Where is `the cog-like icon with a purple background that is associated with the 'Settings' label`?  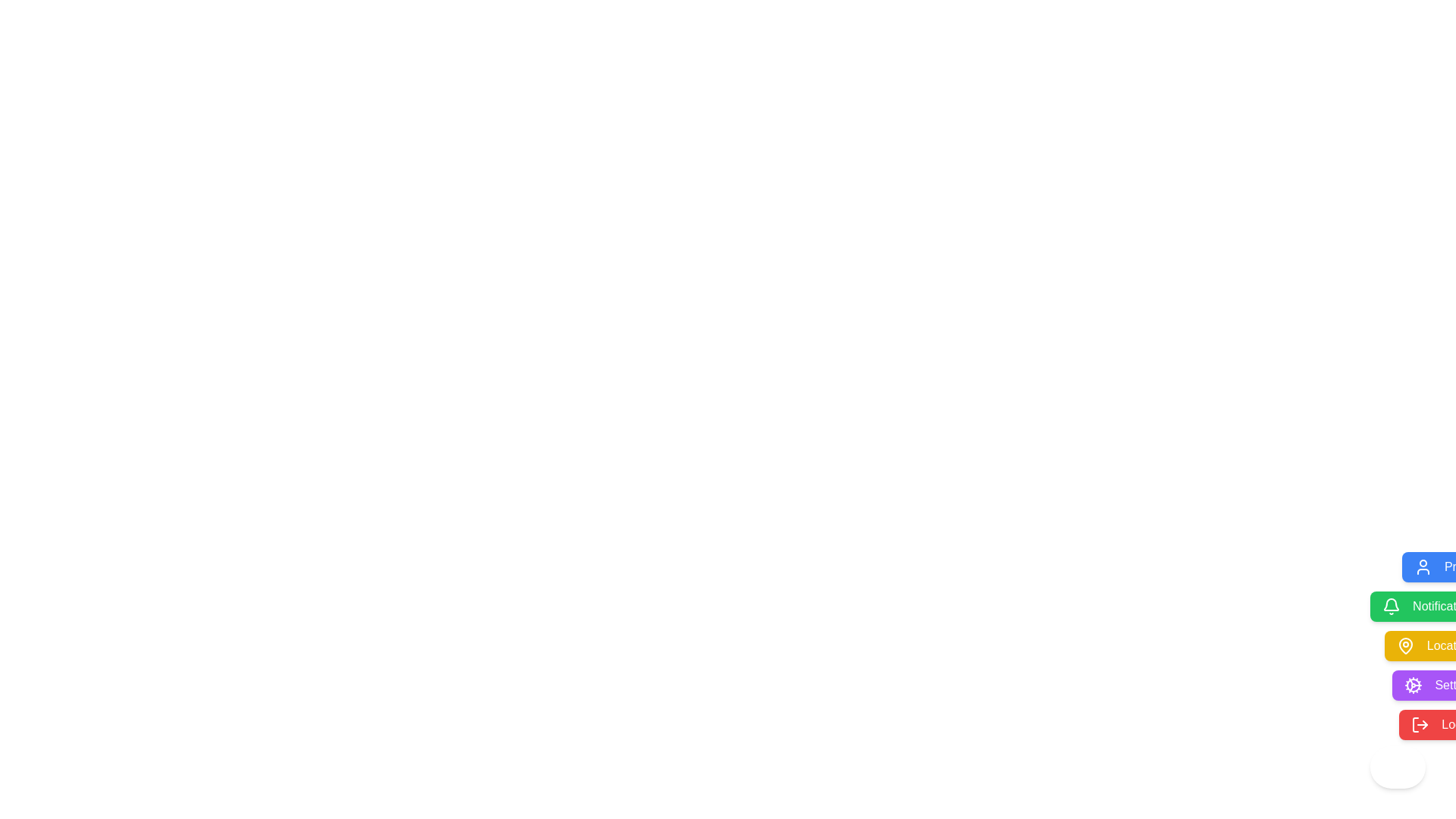
the cog-like icon with a purple background that is associated with the 'Settings' label is located at coordinates (1413, 685).